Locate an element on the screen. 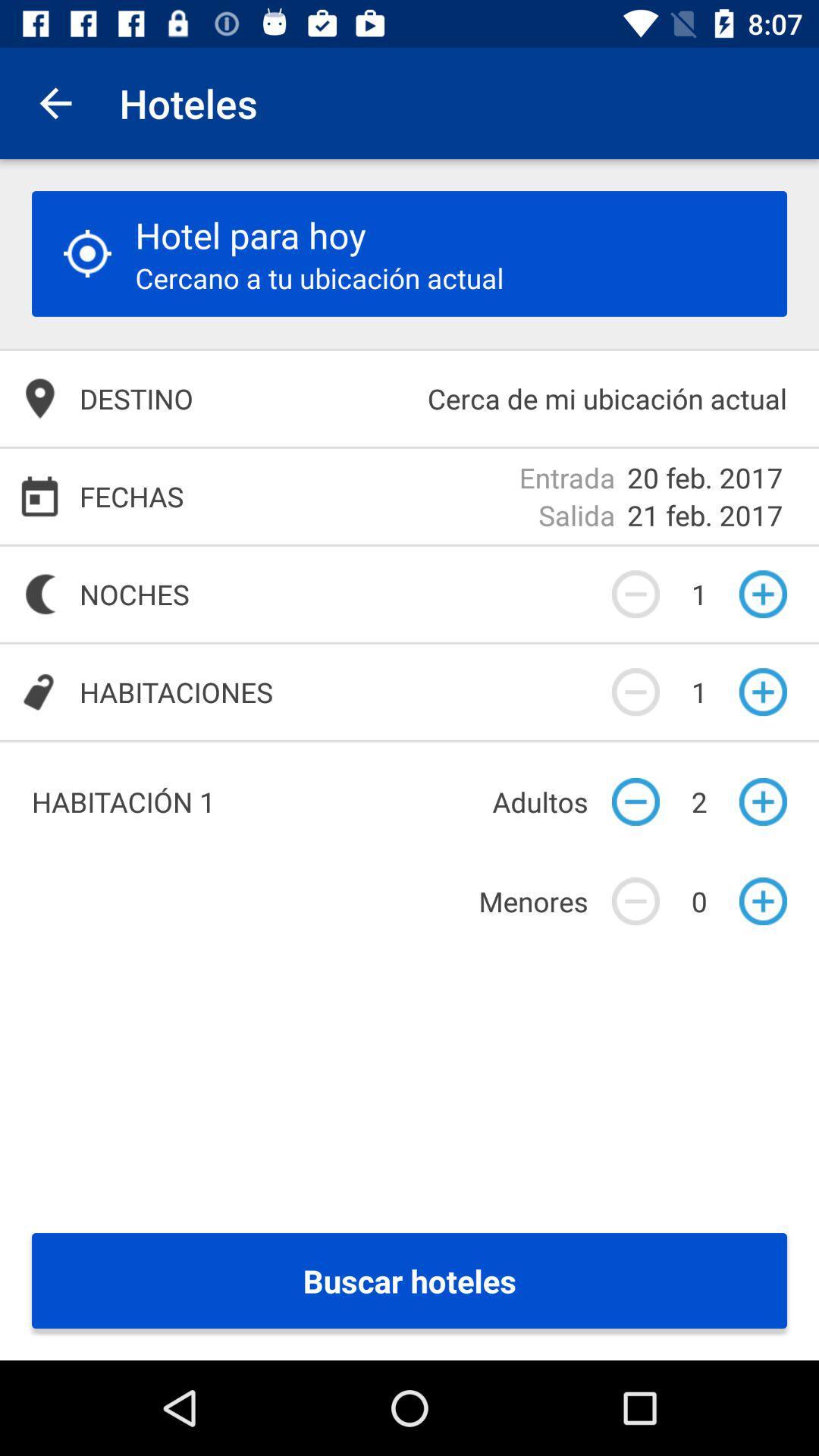 The image size is (819, 1456). buscar hoteles is located at coordinates (409, 1280).